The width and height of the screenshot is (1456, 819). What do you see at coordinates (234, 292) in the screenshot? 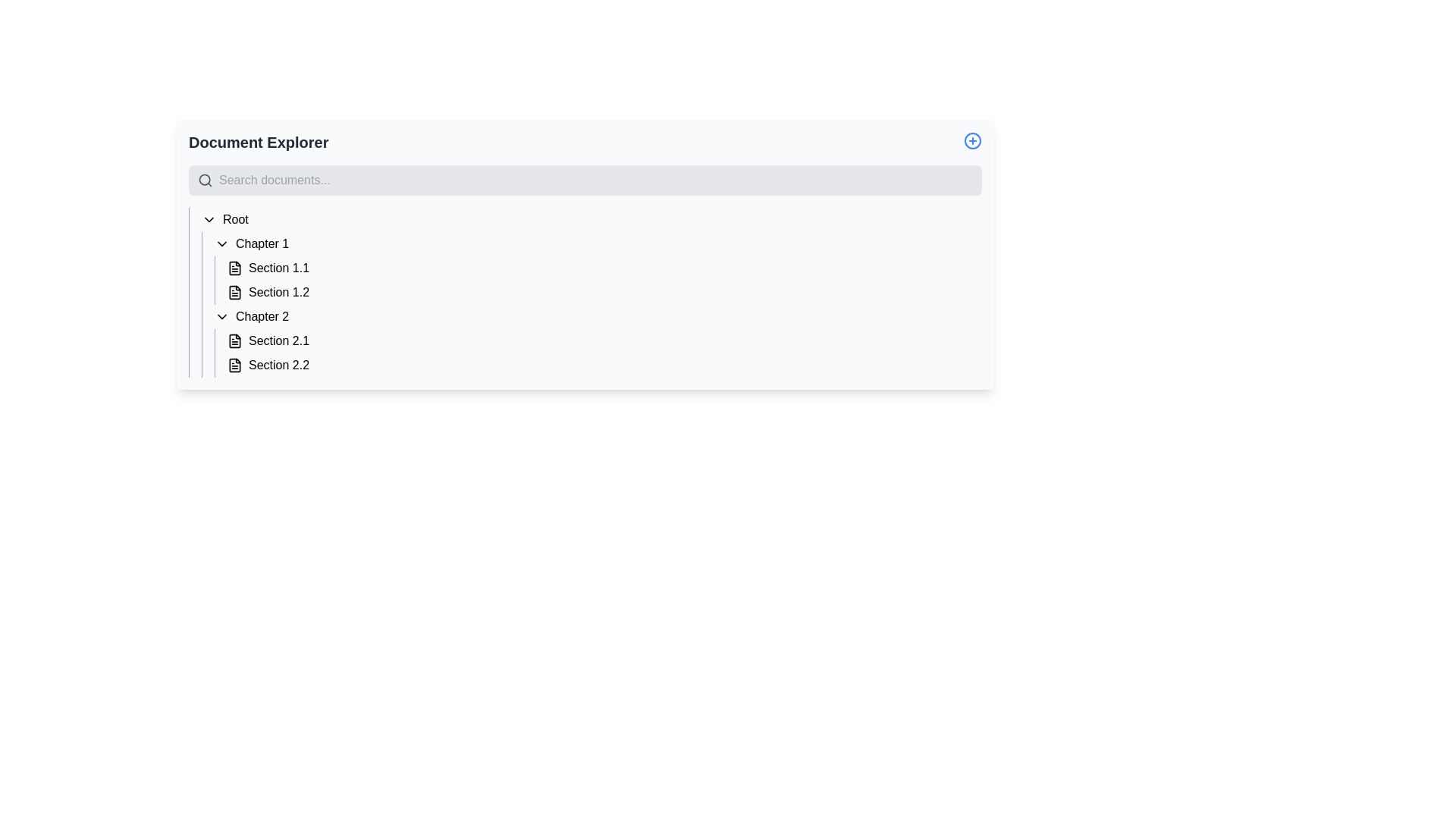
I see `the small document icon located to the left of the text 'Section 1.2' in the document hierarchy` at bounding box center [234, 292].